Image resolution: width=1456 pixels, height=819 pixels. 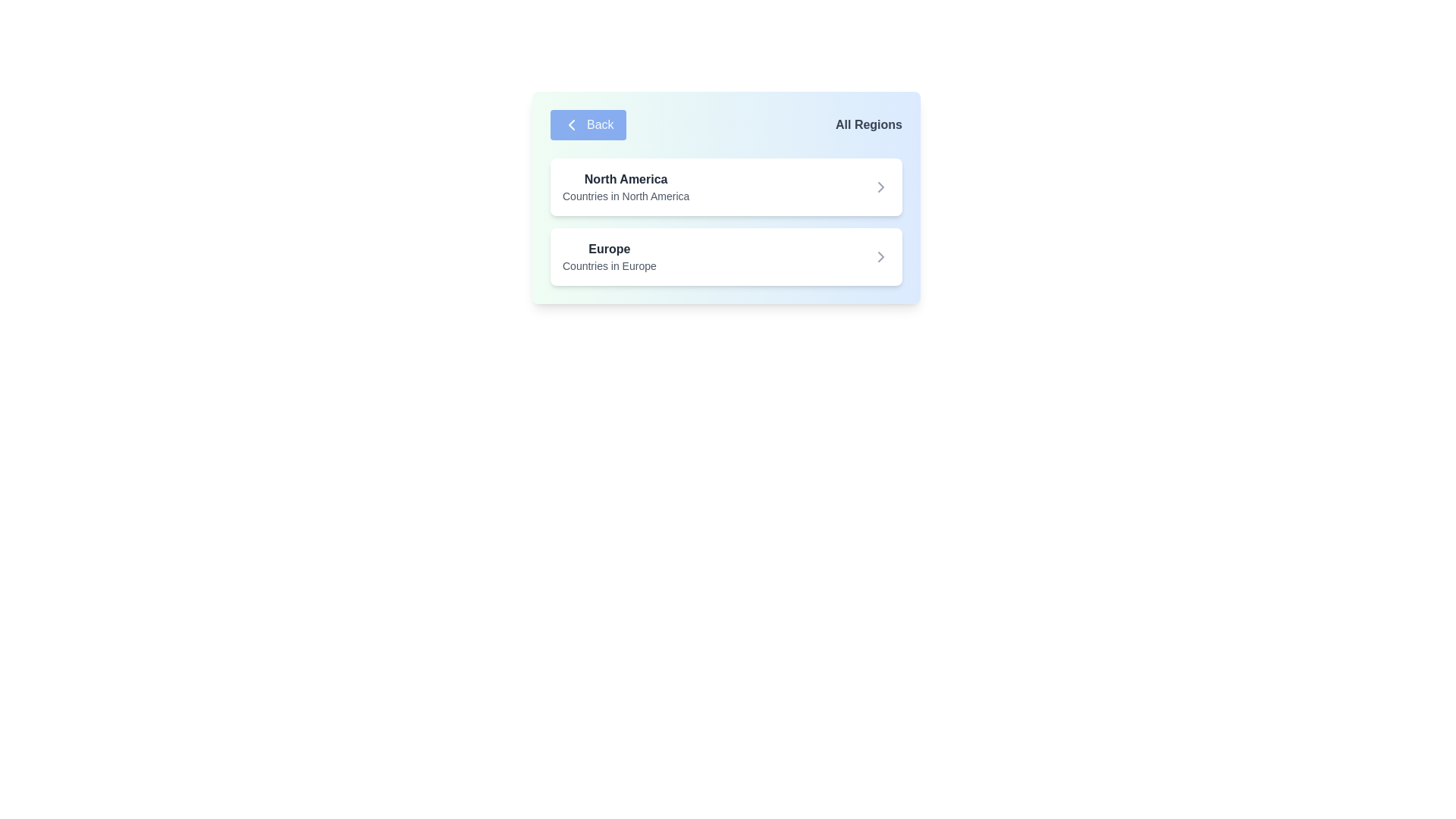 What do you see at coordinates (880, 186) in the screenshot?
I see `the right-pointing chevron icon styled in gray, located to the right of the text 'North America' for potential tooltip information` at bounding box center [880, 186].